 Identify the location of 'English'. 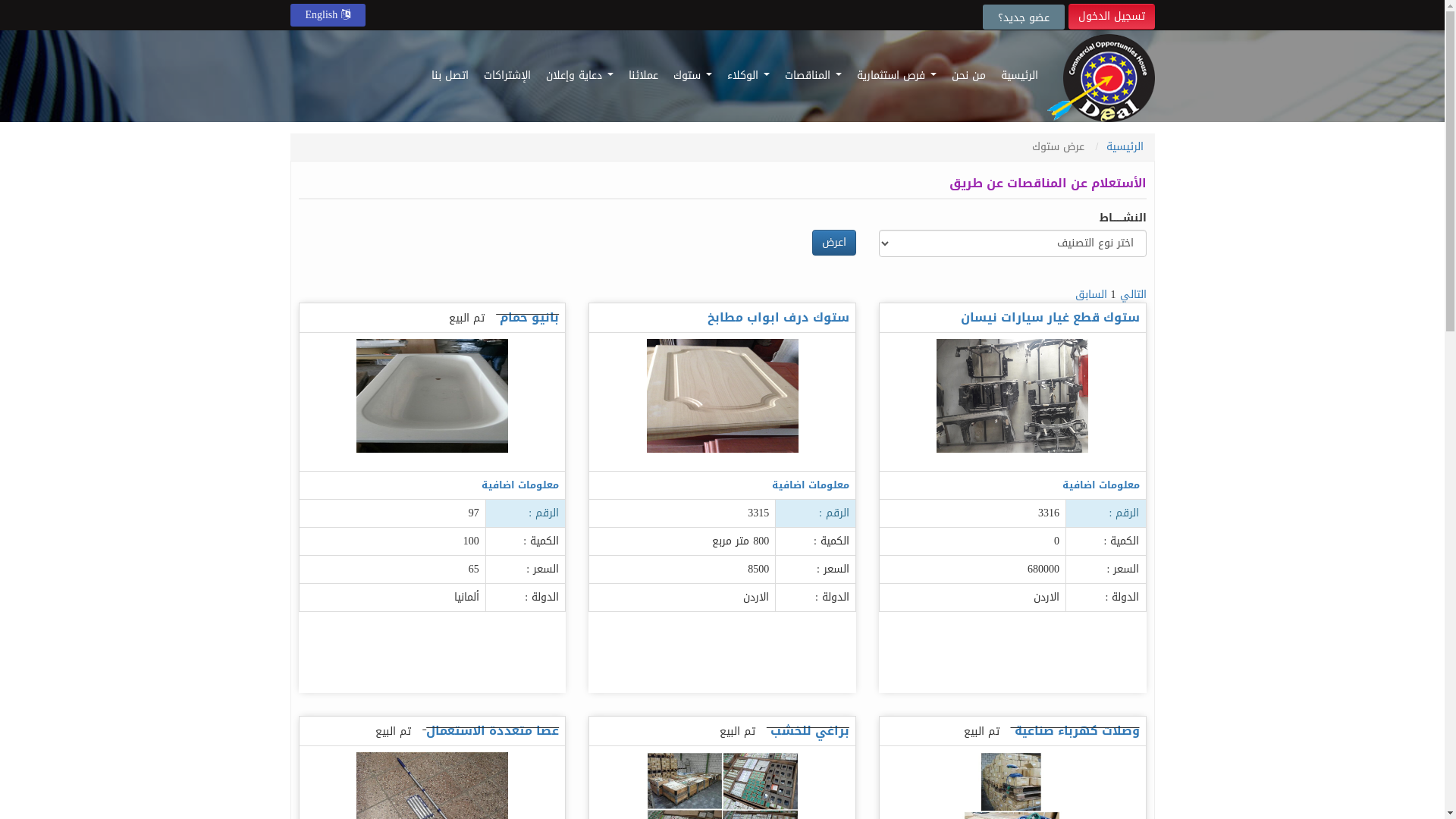
(327, 14).